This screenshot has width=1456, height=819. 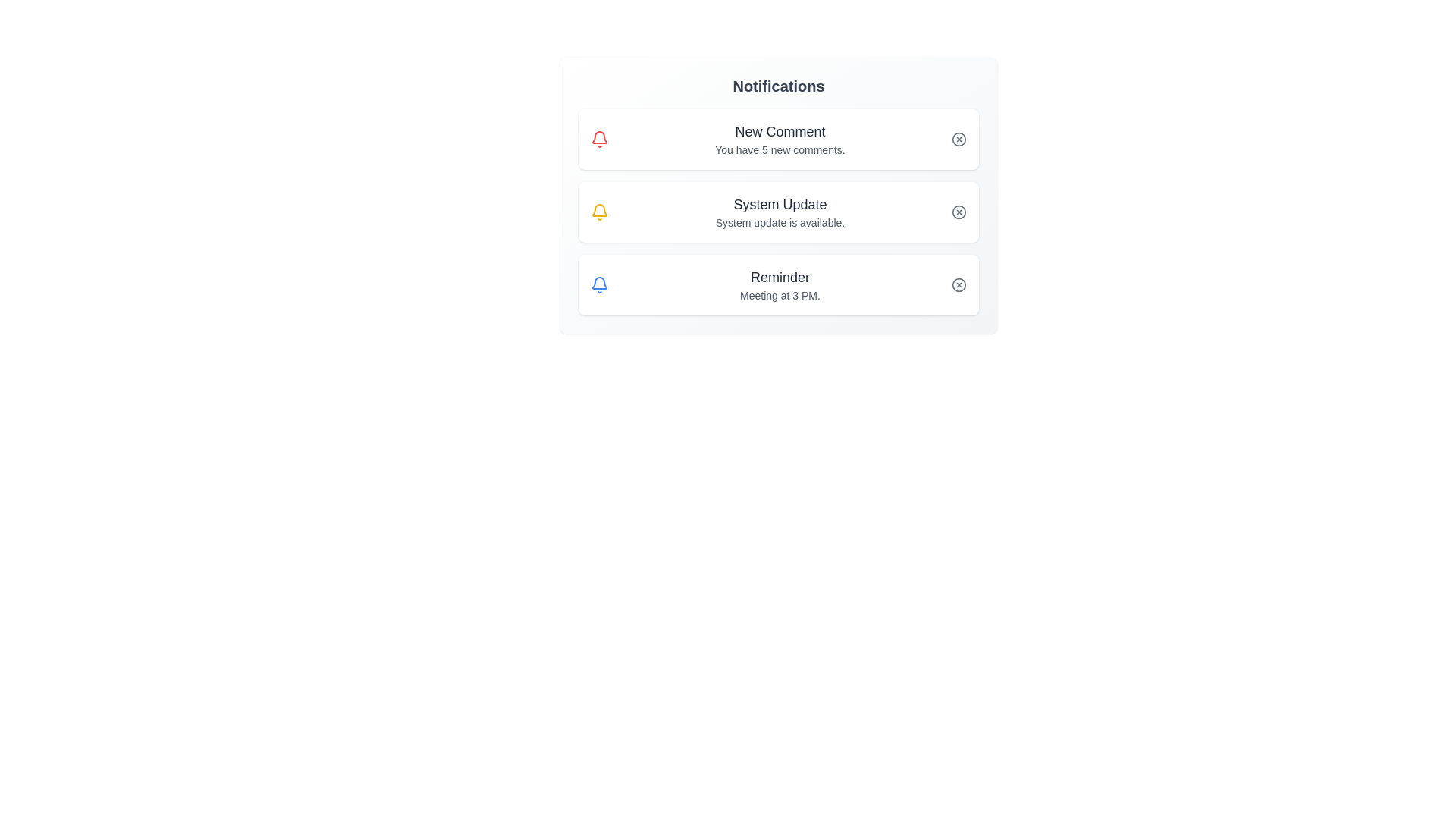 What do you see at coordinates (599, 140) in the screenshot?
I see `the red bell icon, which signifies notifications or alerts, located to the left of the 'New Comment' text in the first notification block` at bounding box center [599, 140].